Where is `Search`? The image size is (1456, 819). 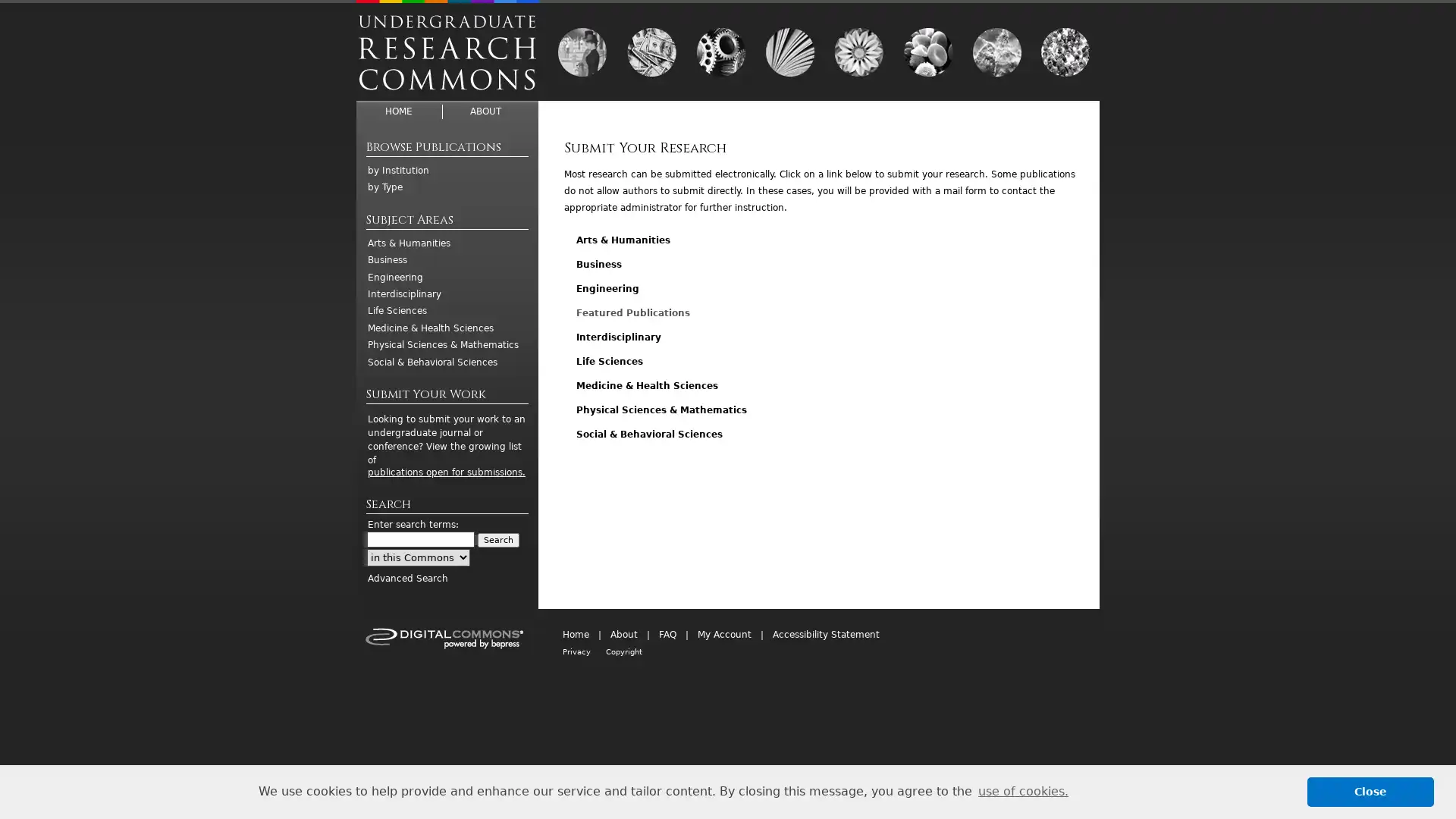 Search is located at coordinates (498, 539).